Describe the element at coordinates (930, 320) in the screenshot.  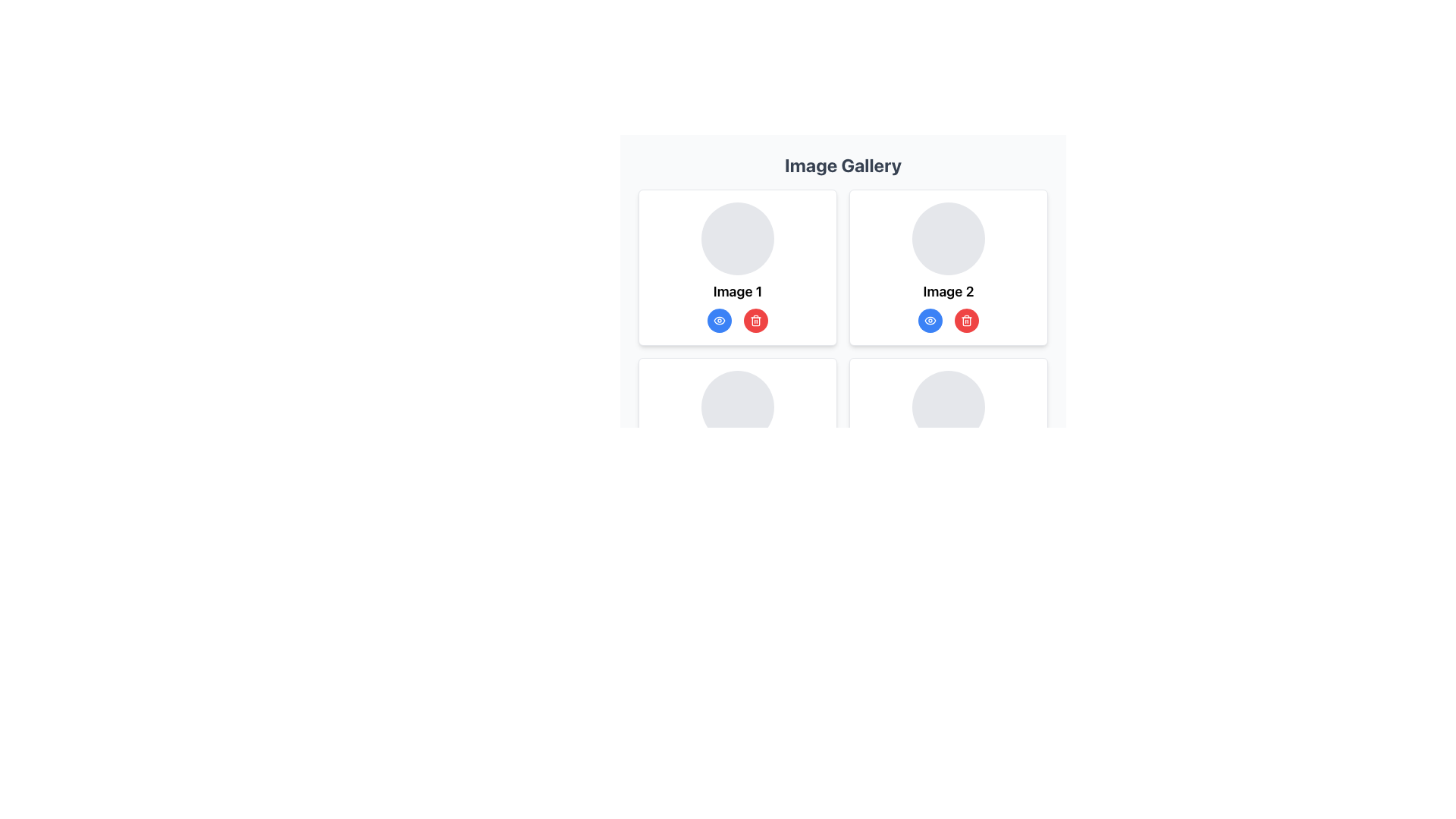
I see `the view icon button located in the lower left corner of the second item in the first row of the grid` at that location.